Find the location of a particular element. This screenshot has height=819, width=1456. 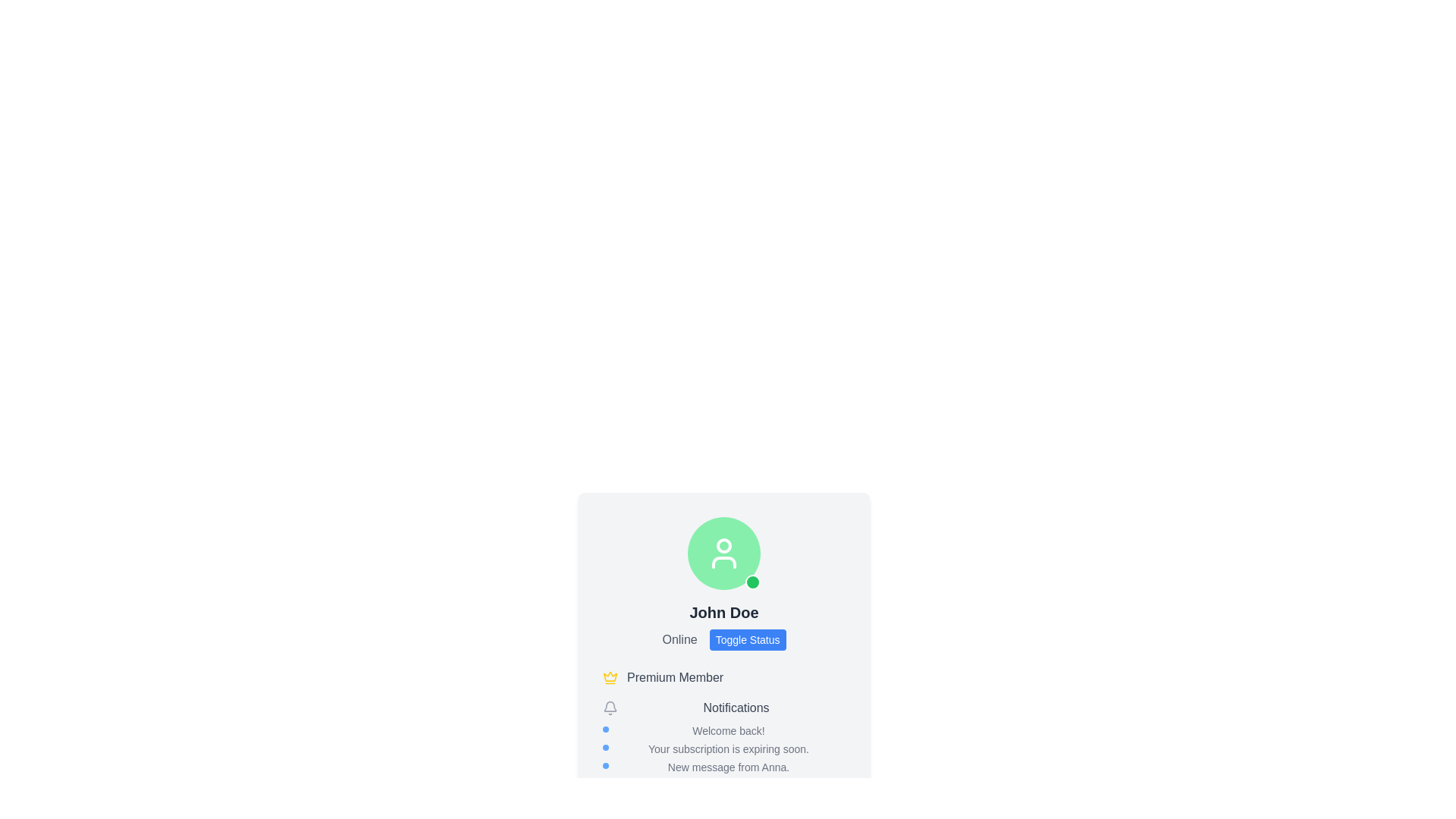

the upper part of the user representation icon, which is the SVG Circle located at the center of the green circular background is located at coordinates (723, 546).